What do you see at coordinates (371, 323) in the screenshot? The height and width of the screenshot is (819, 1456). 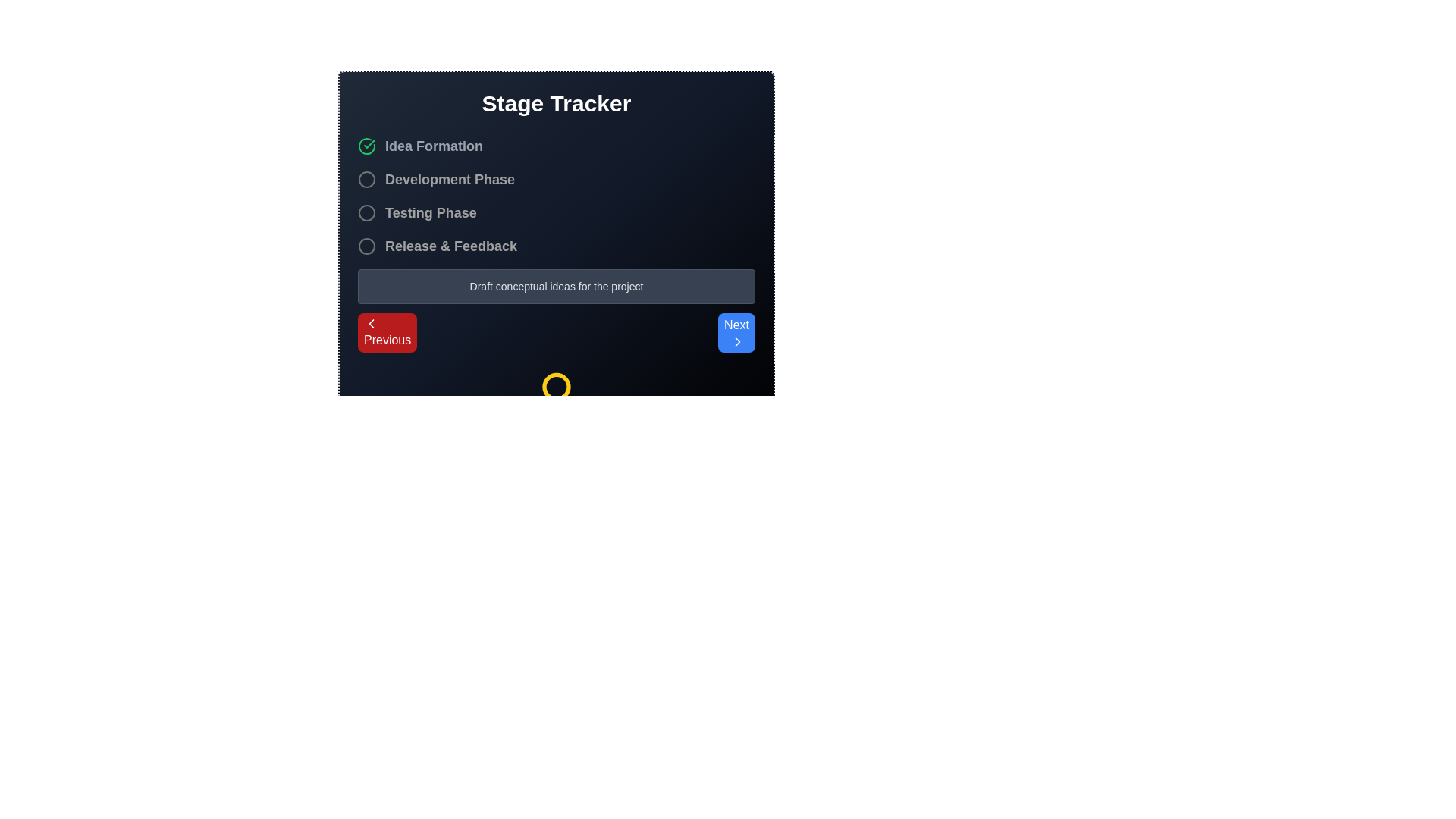 I see `the chevron icon located within the 'Previous' button` at bounding box center [371, 323].